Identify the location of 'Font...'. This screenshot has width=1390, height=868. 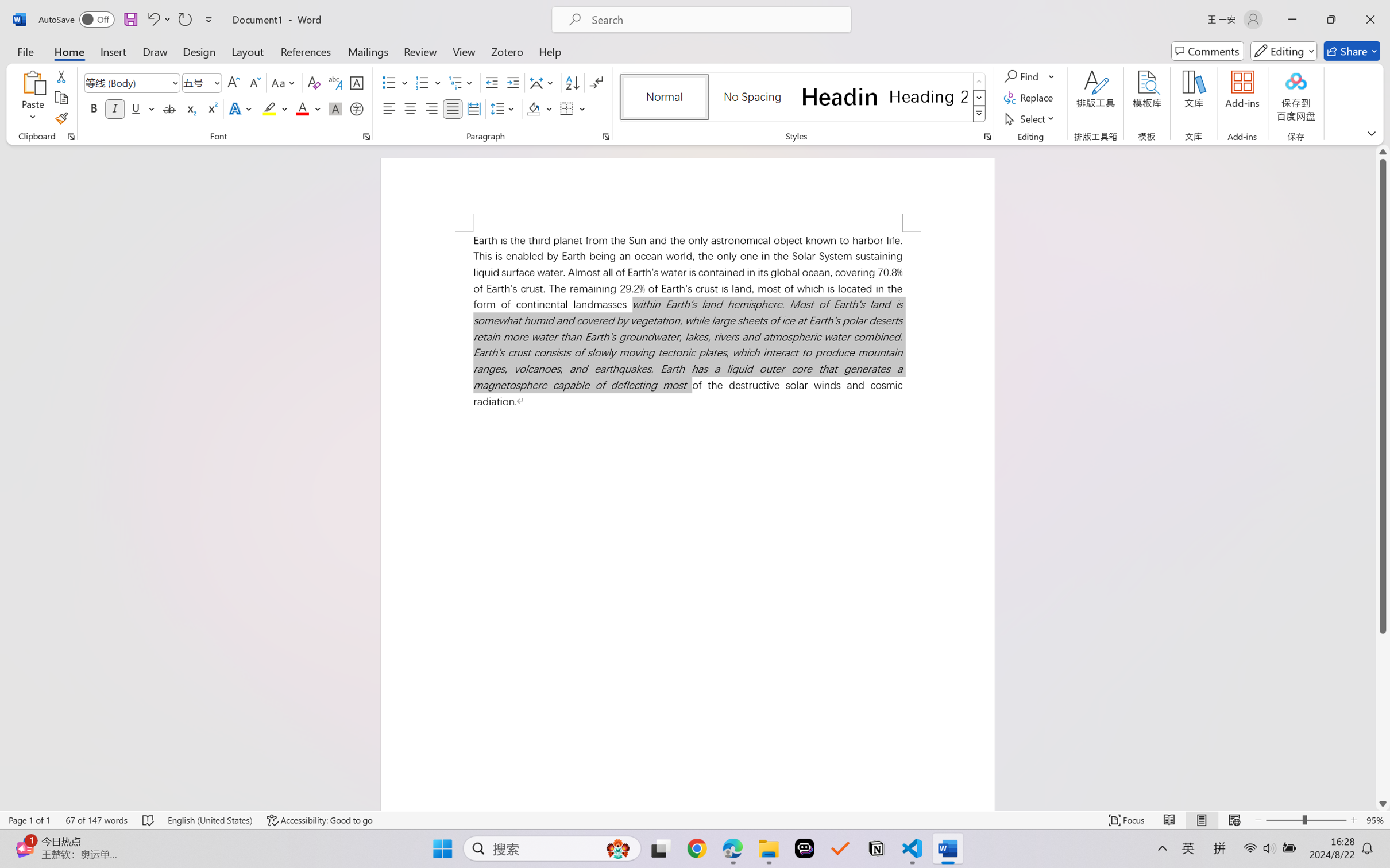
(366, 136).